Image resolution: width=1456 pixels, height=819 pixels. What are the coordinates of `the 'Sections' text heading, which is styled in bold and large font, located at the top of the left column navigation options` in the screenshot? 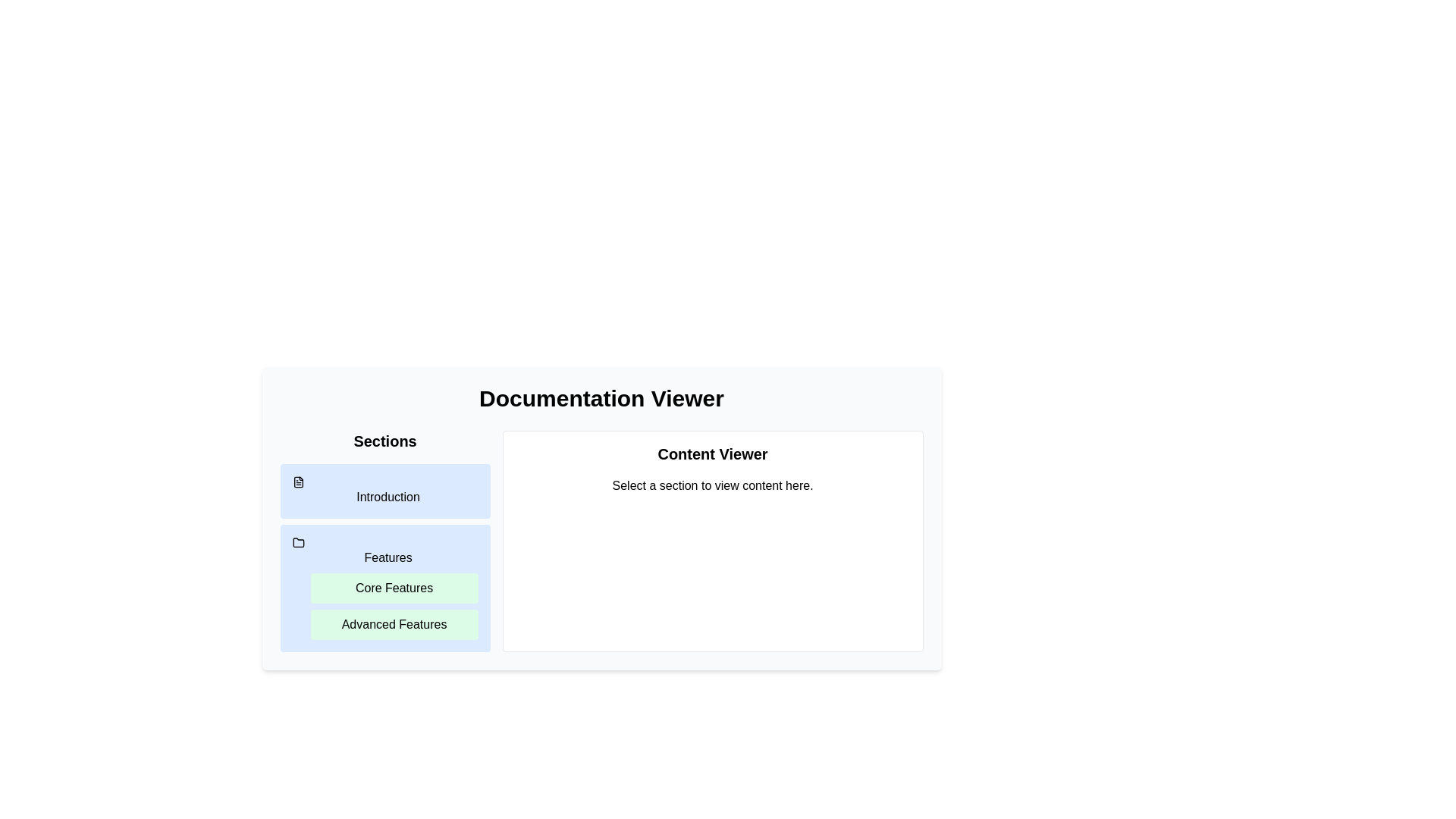 It's located at (385, 441).